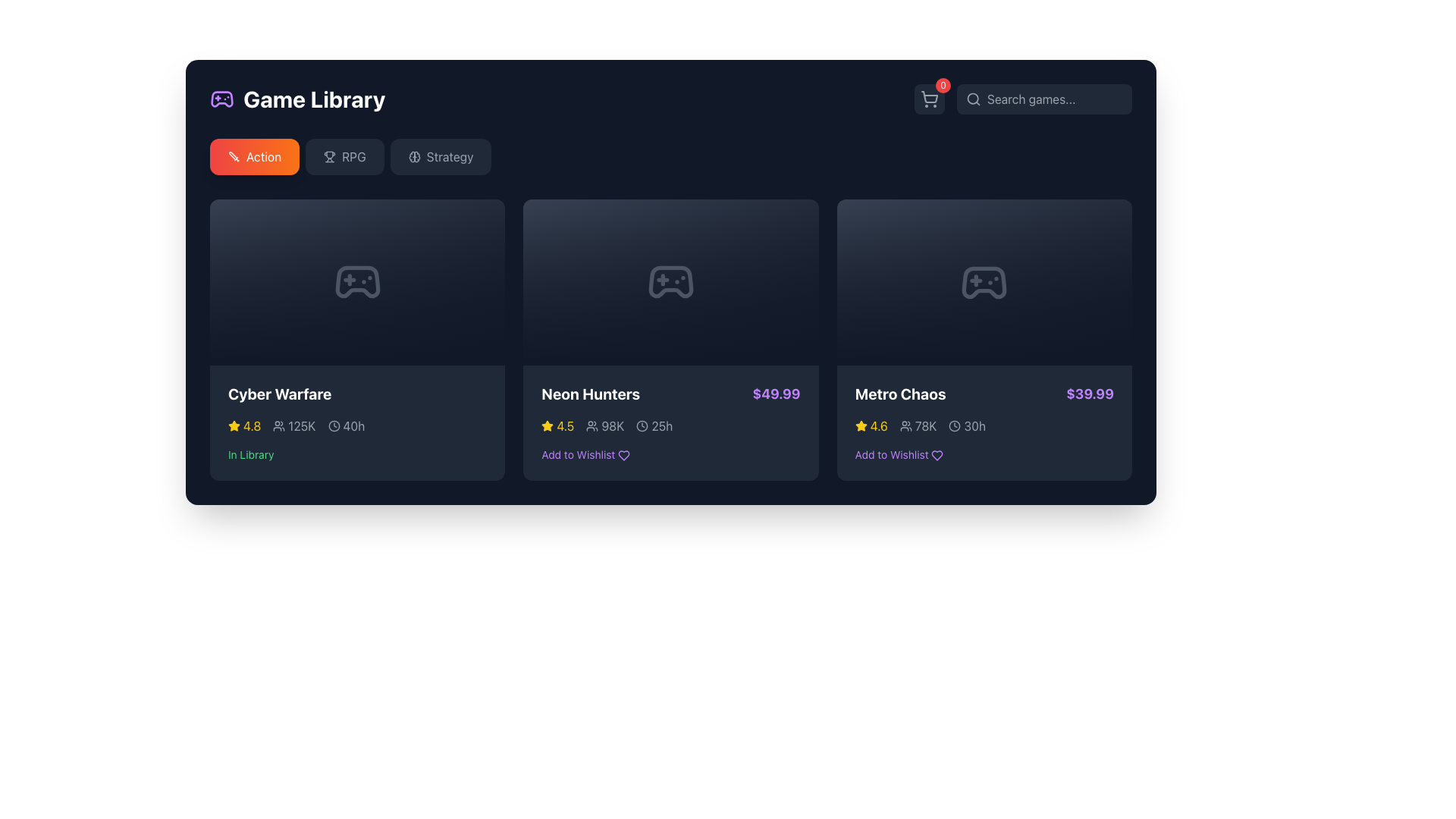 Image resolution: width=1456 pixels, height=819 pixels. I want to click on text from the title label of the game 'Metro Chaos', which is located at the top of the information section in the third game box of the library interface, so click(900, 394).